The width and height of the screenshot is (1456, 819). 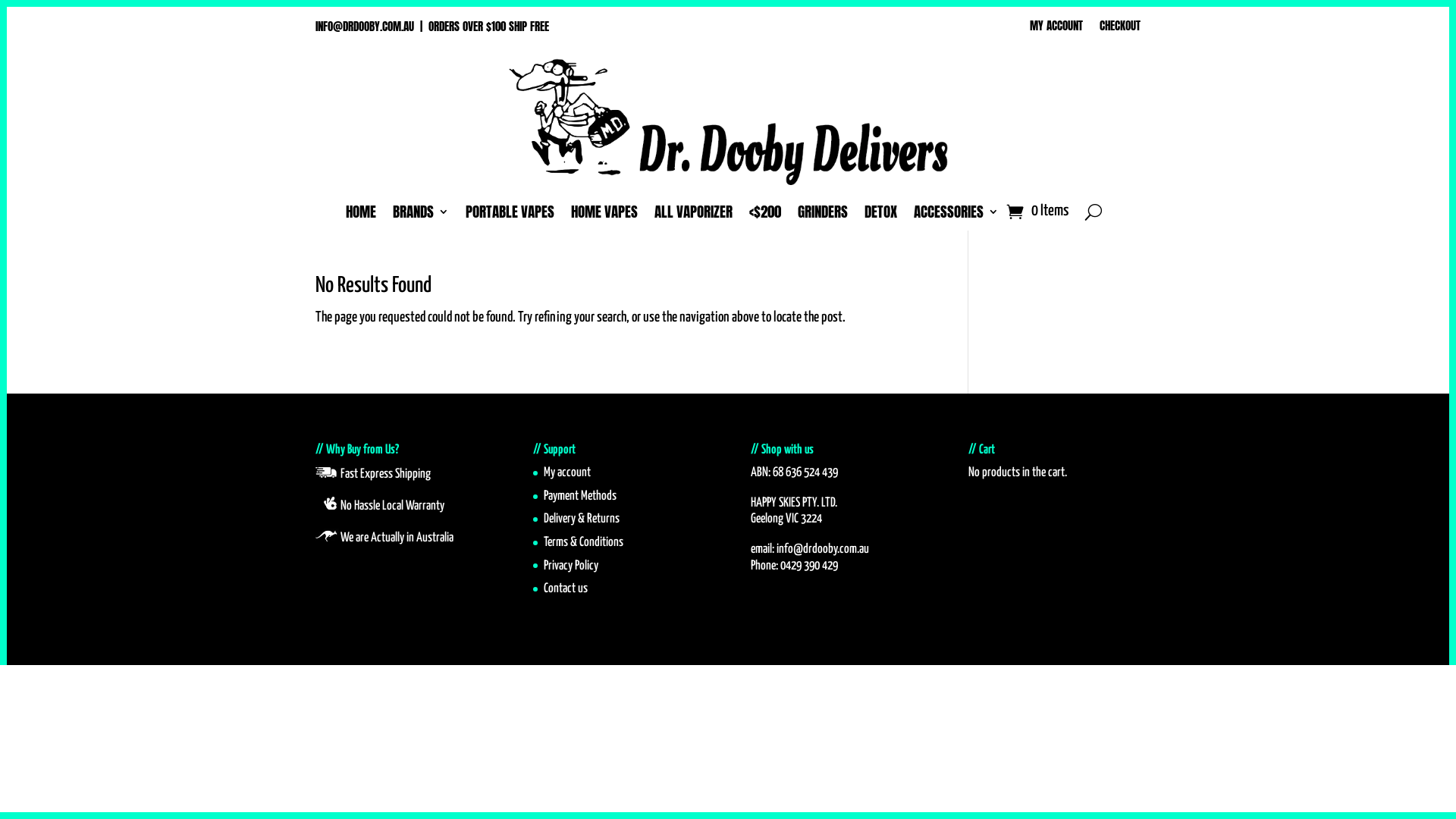 What do you see at coordinates (955, 214) in the screenshot?
I see `'ACCESSORIES'` at bounding box center [955, 214].